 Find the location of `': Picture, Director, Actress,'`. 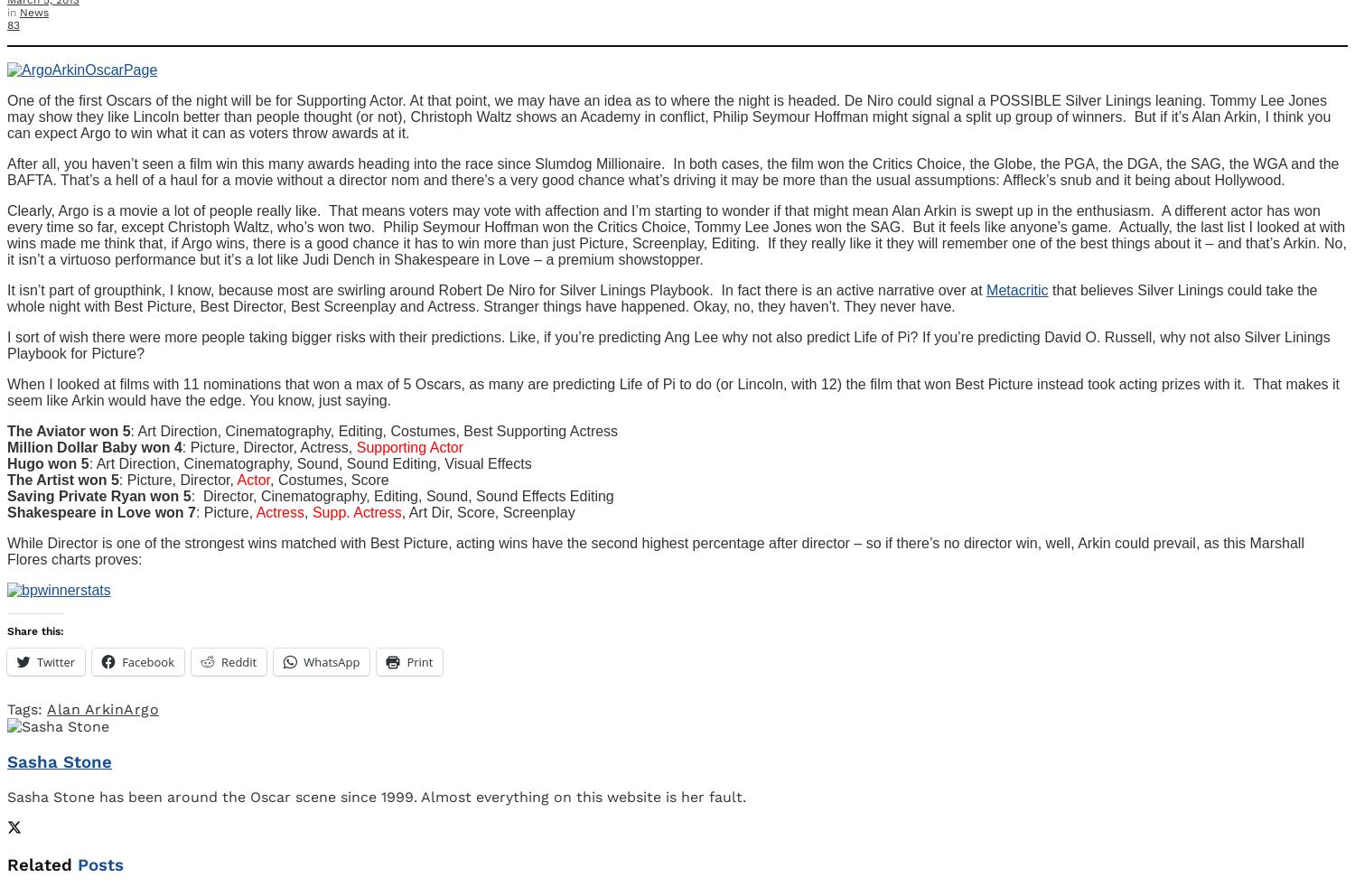

': Picture, Director, Actress,' is located at coordinates (268, 446).